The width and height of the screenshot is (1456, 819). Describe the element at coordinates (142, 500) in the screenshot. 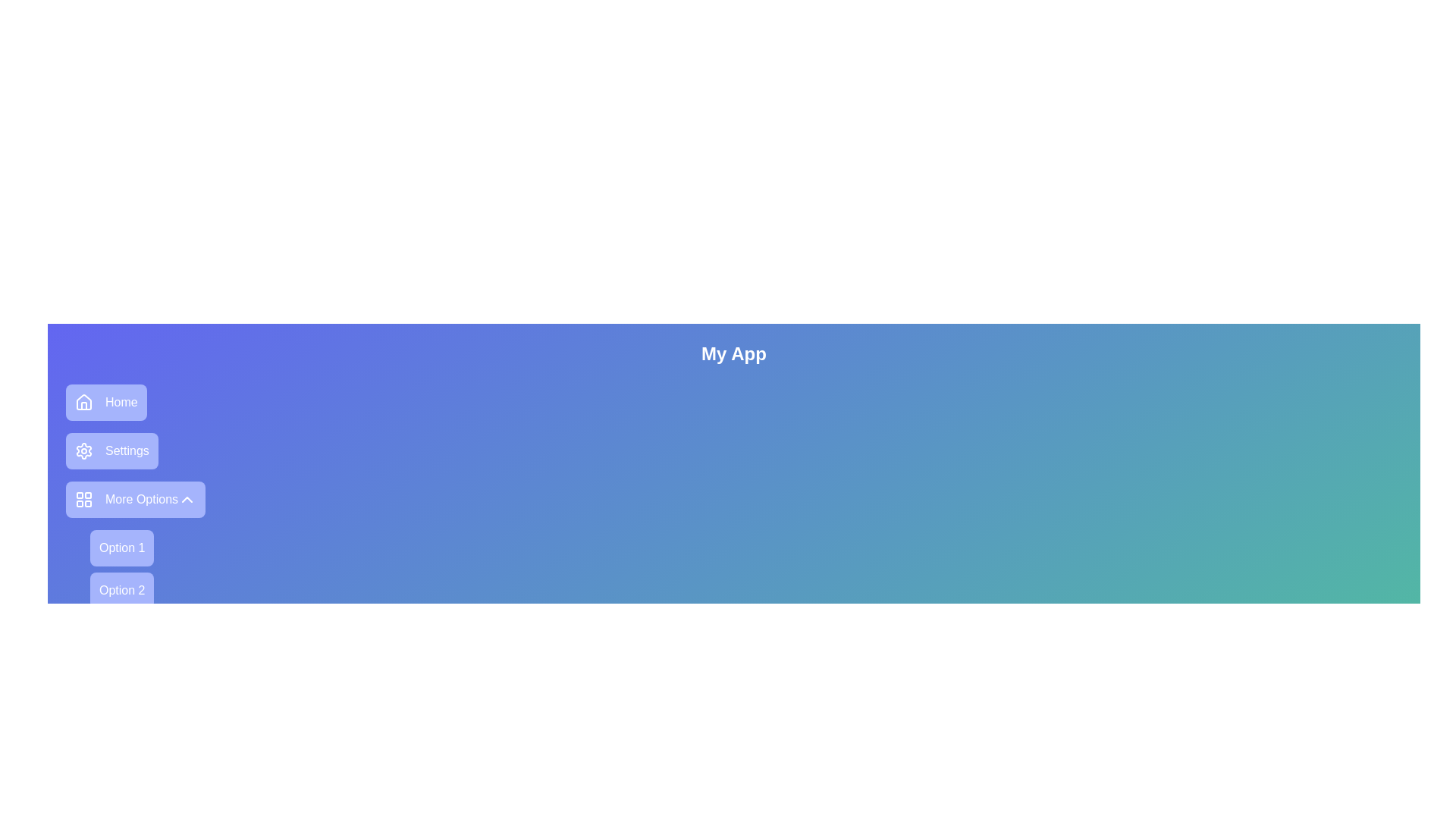

I see `the 'More Options' button, which is a rectangular button with white text on a soft blue background` at that location.